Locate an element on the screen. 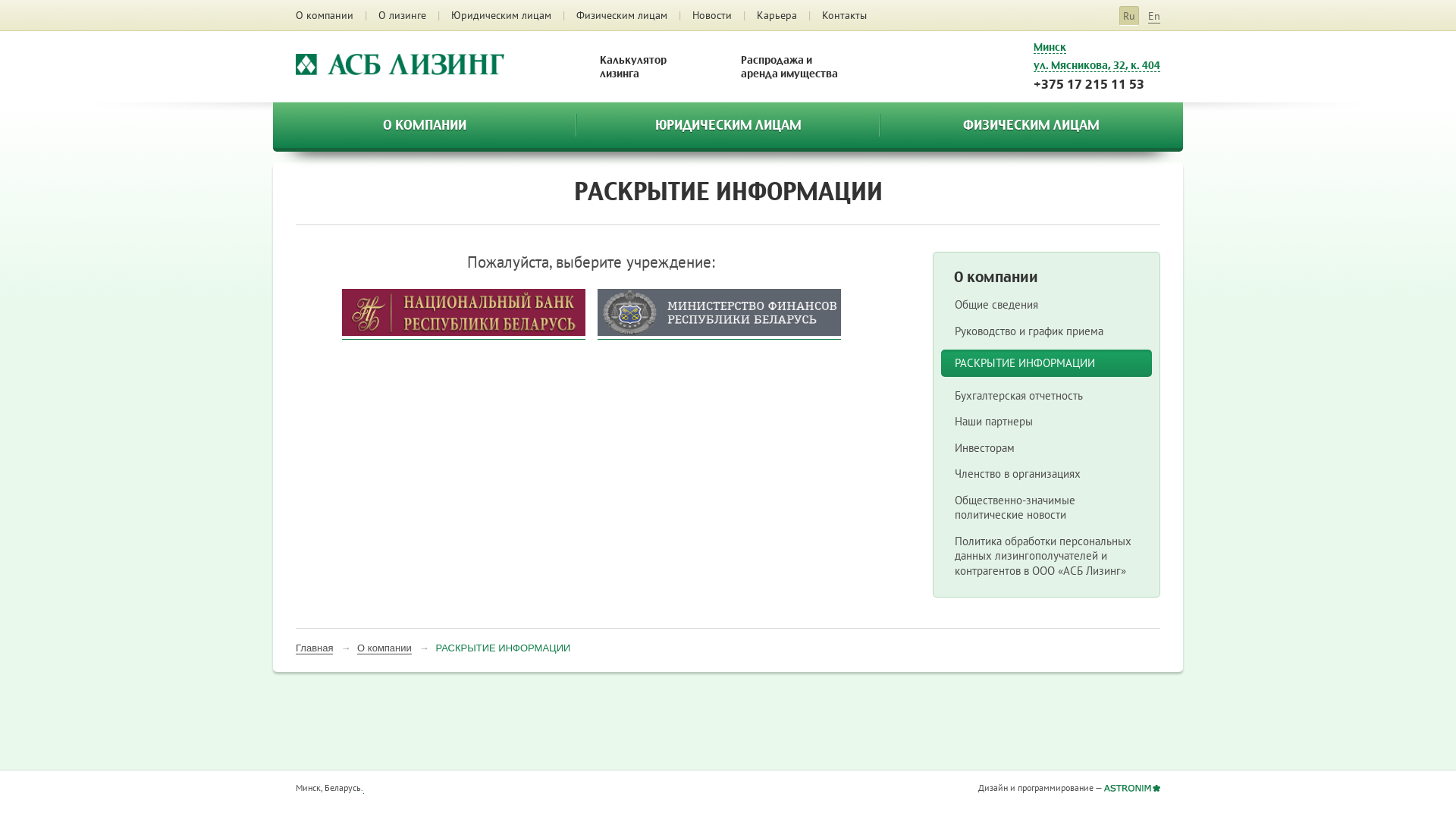 The image size is (1456, 819). 'En' is located at coordinates (1147, 16).